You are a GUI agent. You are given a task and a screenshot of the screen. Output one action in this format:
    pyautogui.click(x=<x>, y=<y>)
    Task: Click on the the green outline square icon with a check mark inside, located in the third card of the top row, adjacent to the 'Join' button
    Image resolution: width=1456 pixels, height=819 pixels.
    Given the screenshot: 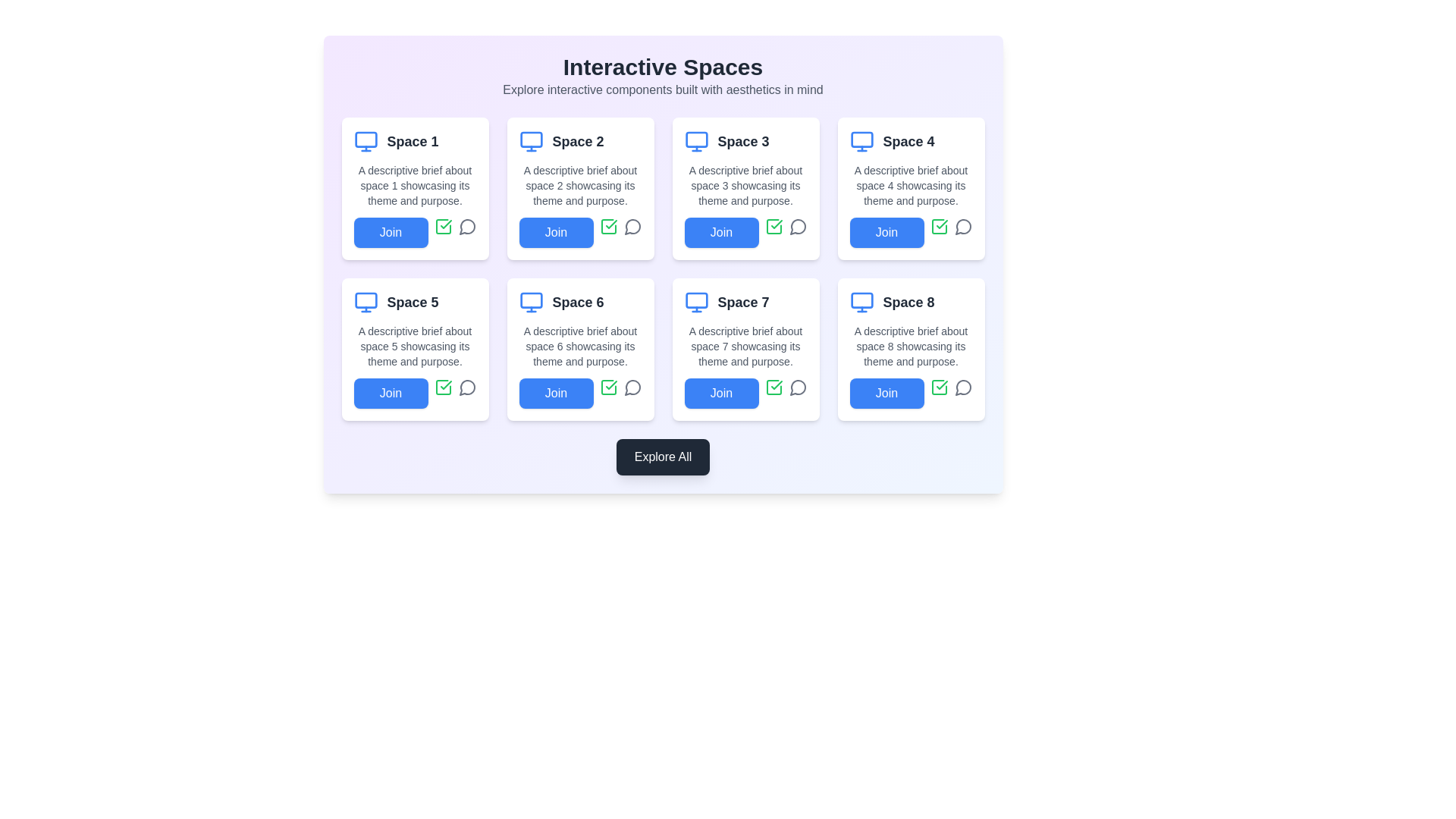 What is the action you would take?
    pyautogui.click(x=773, y=227)
    